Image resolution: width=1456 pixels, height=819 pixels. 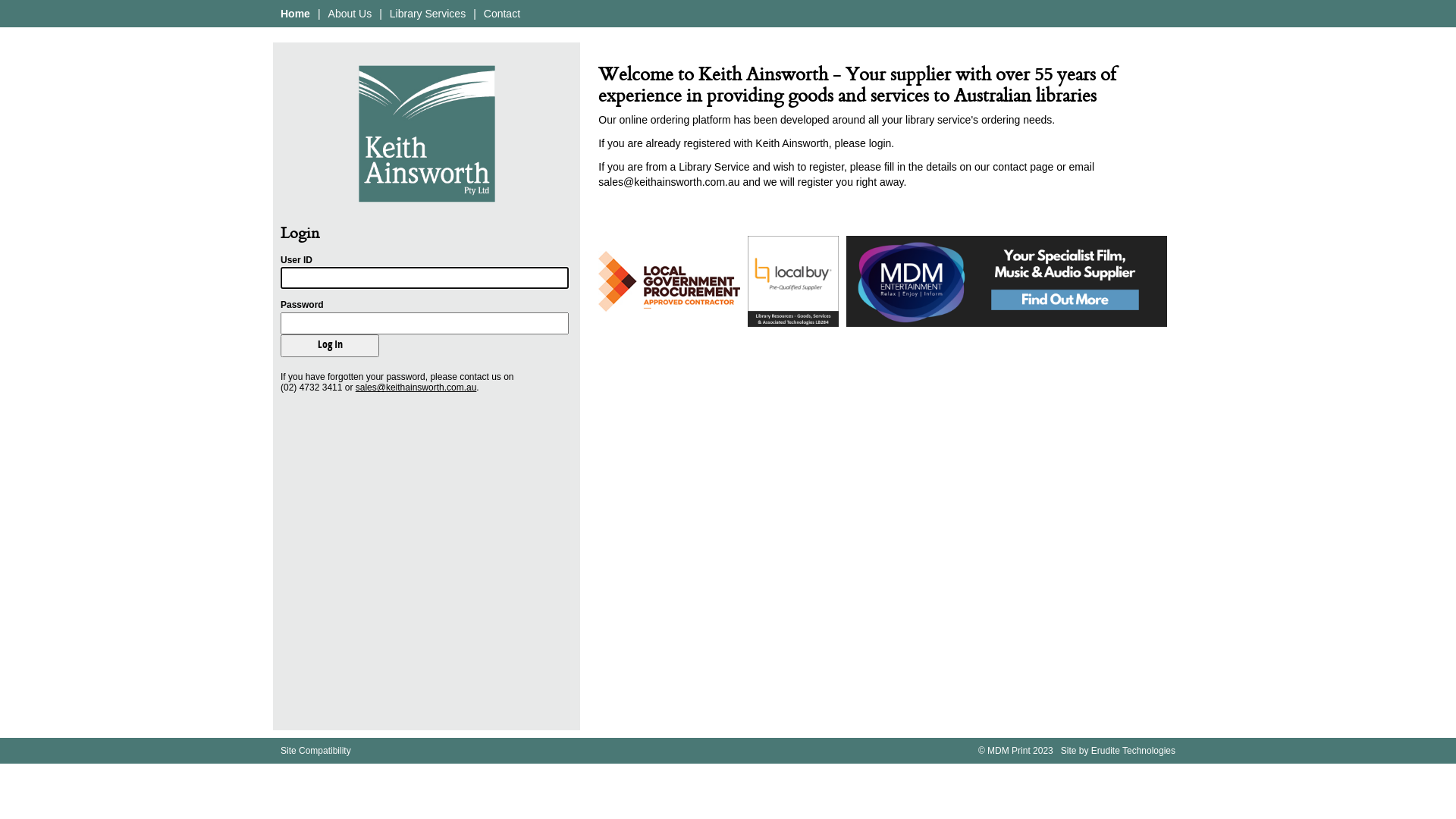 I want to click on 'Contact', so click(x=502, y=14).